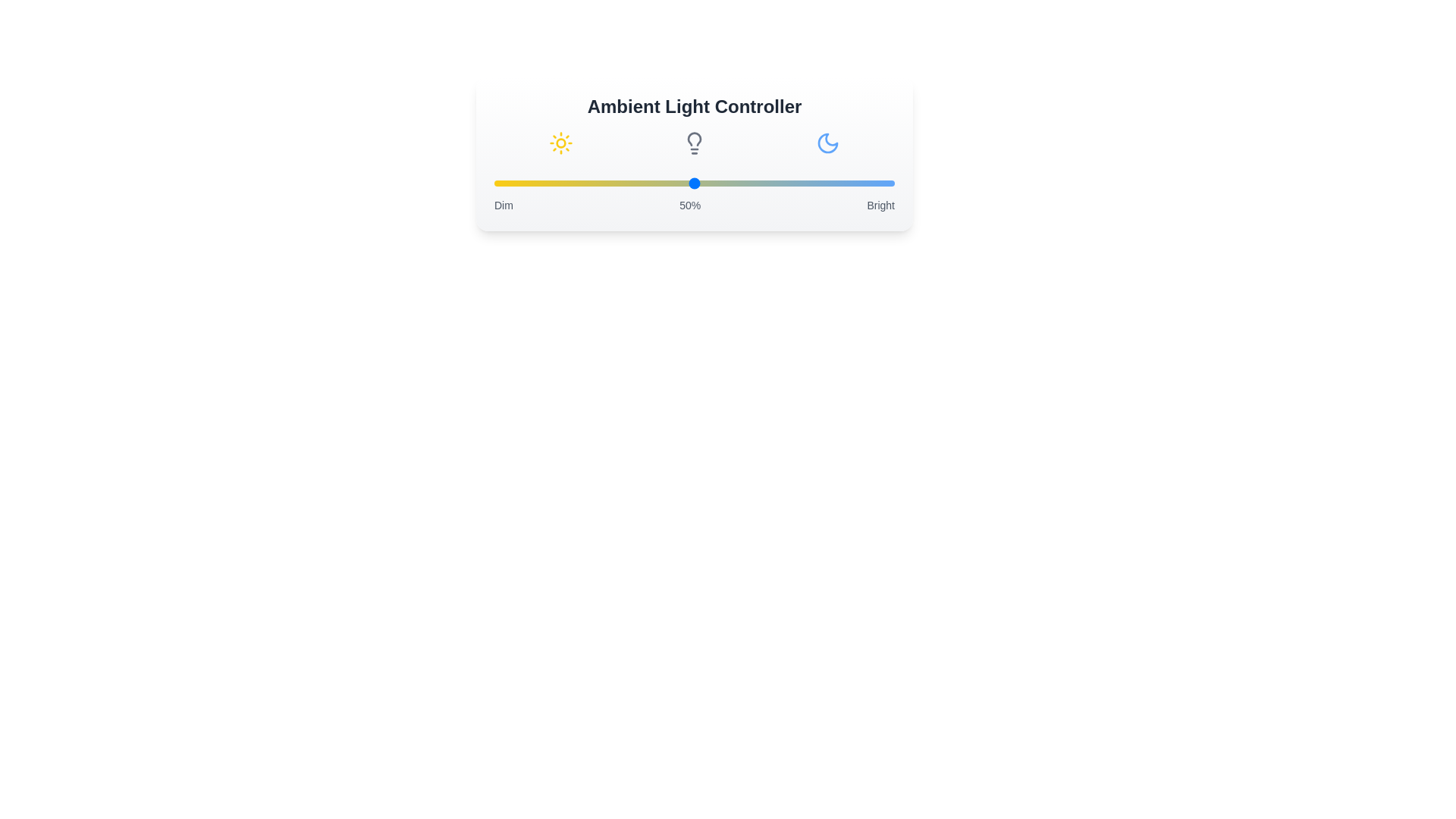  Describe the element at coordinates (534, 183) in the screenshot. I see `the light intensity to 10% by moving the slider` at that location.